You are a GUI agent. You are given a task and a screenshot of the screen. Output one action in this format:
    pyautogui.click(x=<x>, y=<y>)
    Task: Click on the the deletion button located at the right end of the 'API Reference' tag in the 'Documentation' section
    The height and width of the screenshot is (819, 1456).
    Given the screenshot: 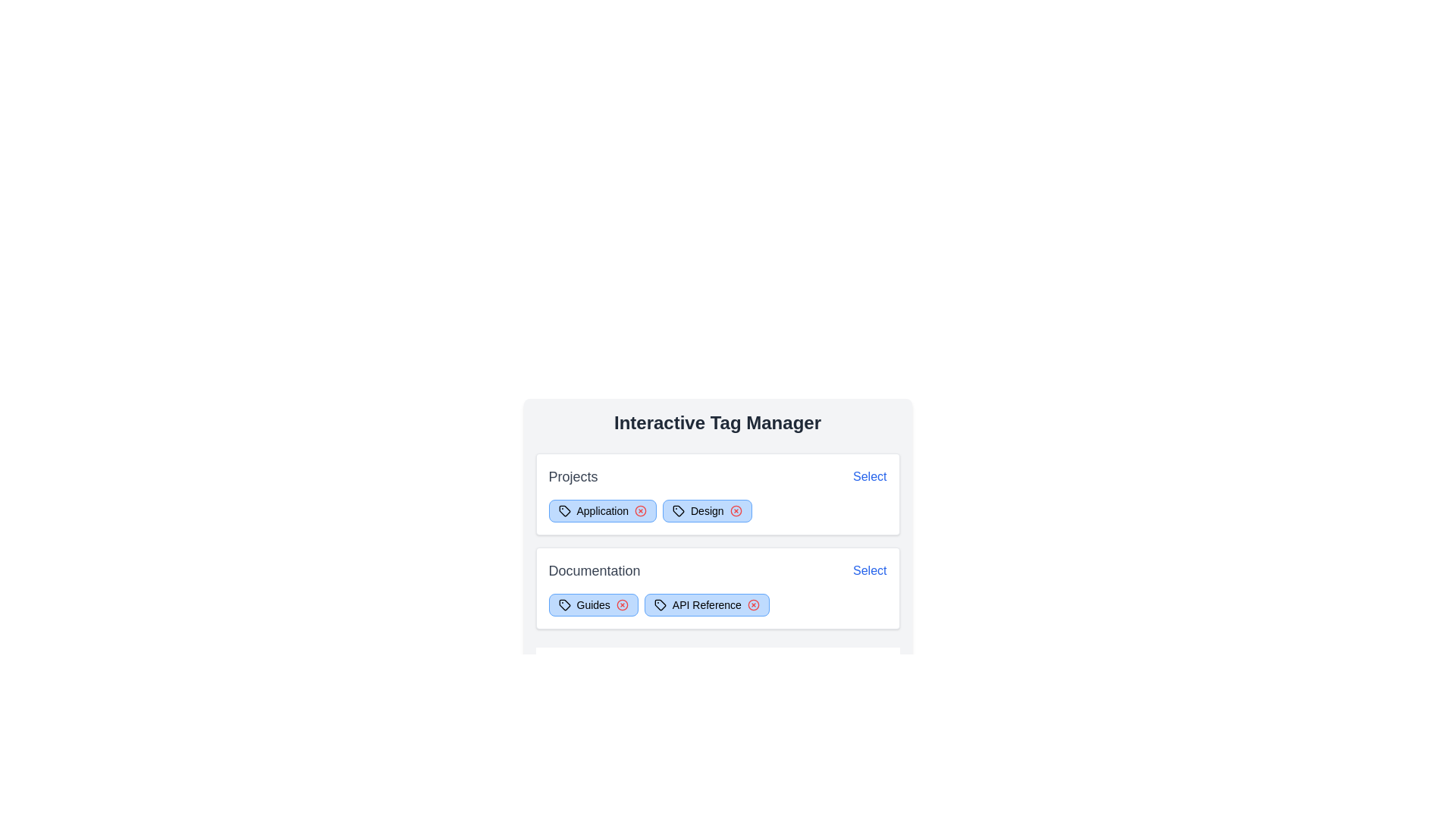 What is the action you would take?
    pyautogui.click(x=753, y=604)
    